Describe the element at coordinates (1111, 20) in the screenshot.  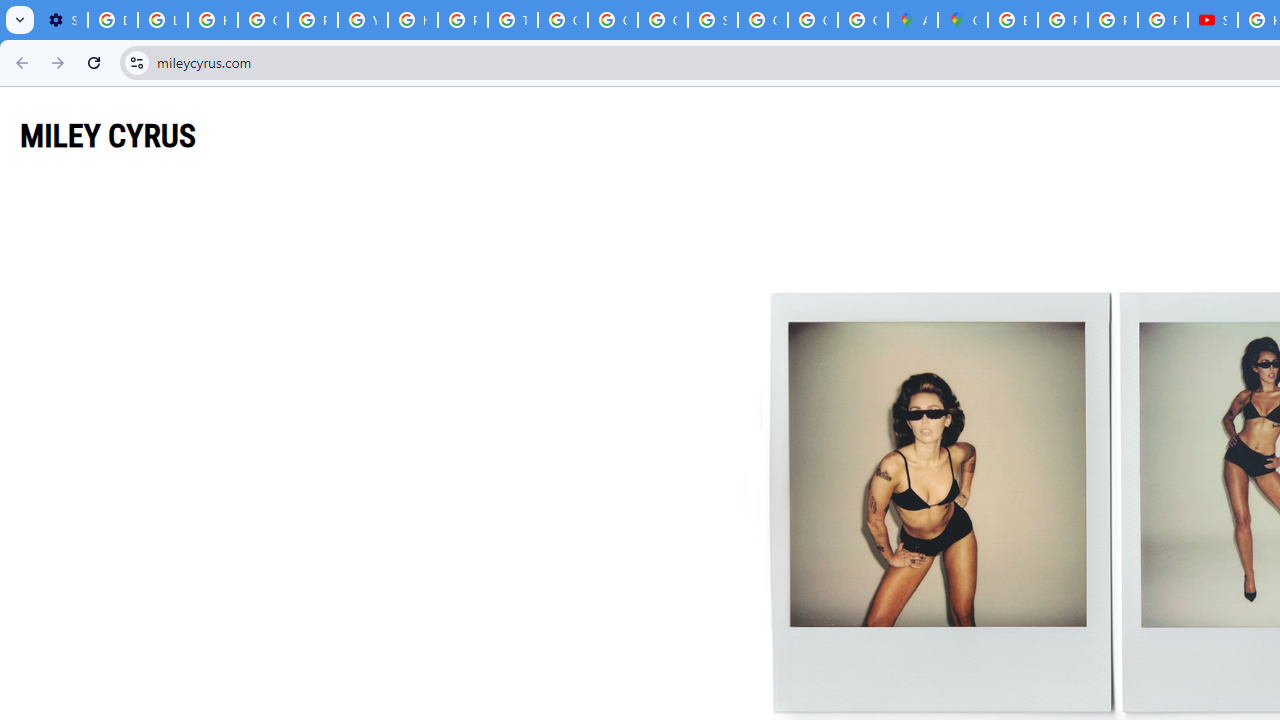
I see `'Privacy Help Center - Policies Help'` at that location.